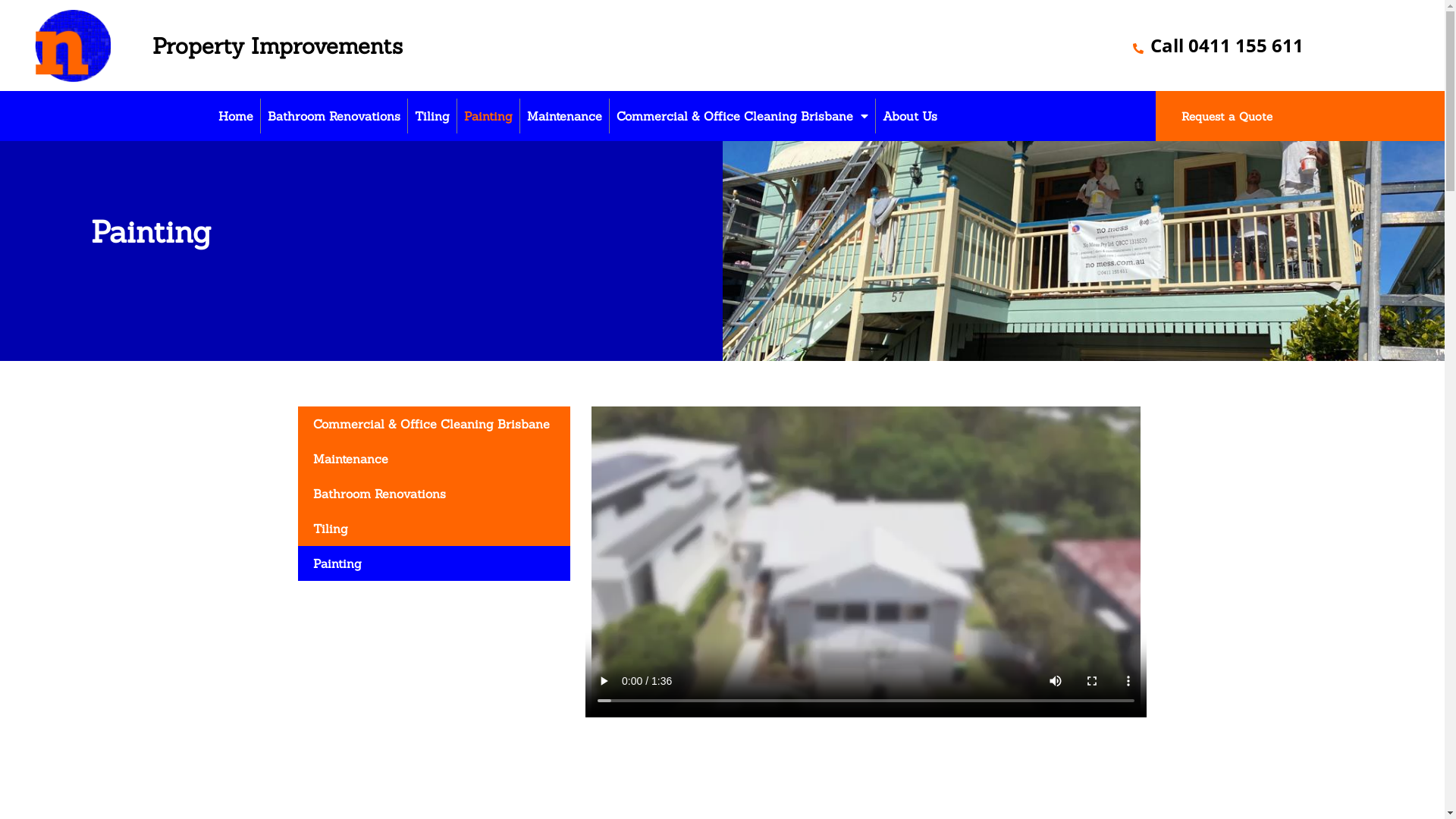 The width and height of the screenshot is (1456, 819). I want to click on 'Bathroom Renovations', so click(261, 115).